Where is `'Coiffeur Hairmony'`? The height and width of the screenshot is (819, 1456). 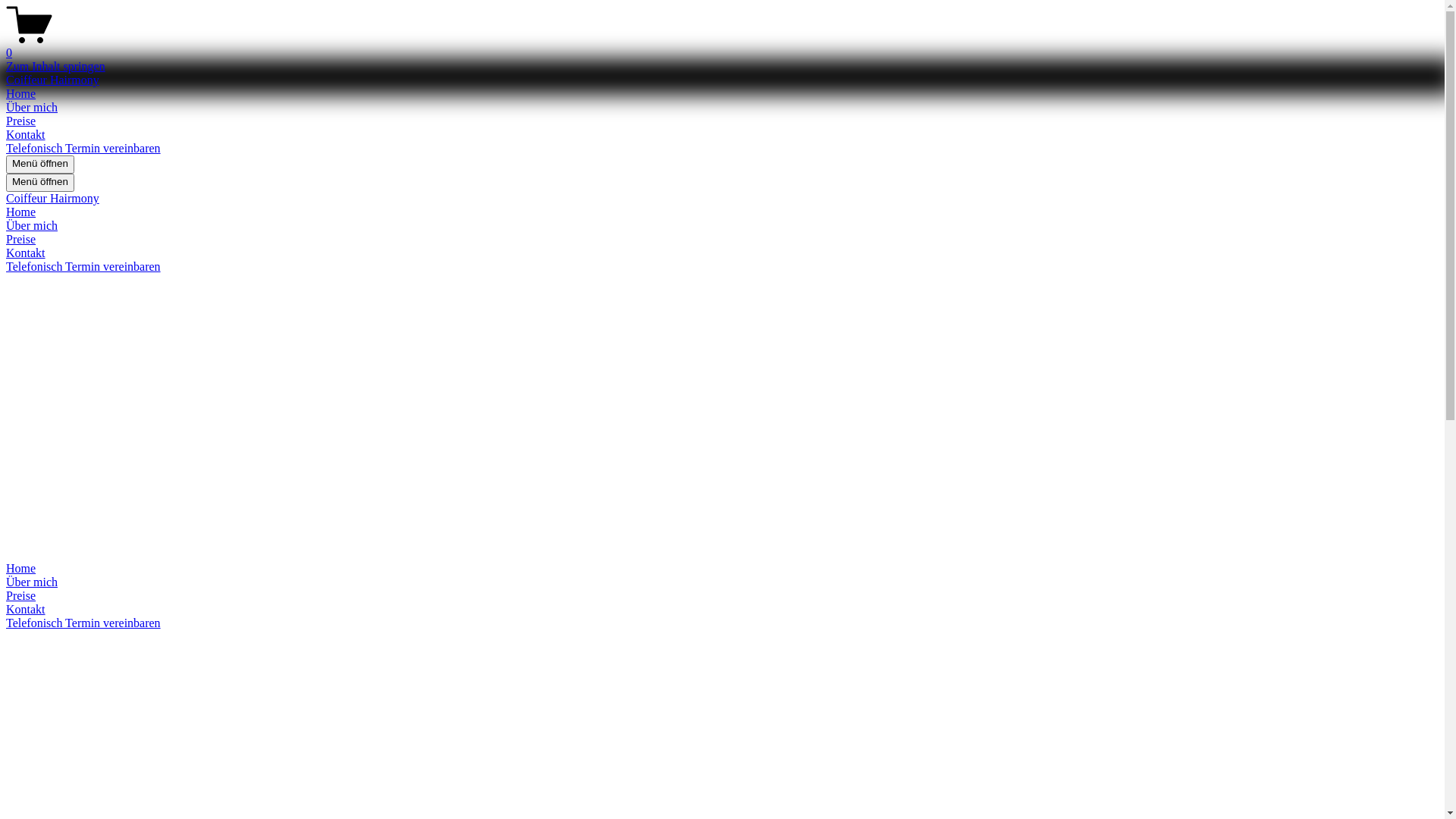
'Coiffeur Hairmony' is located at coordinates (52, 197).